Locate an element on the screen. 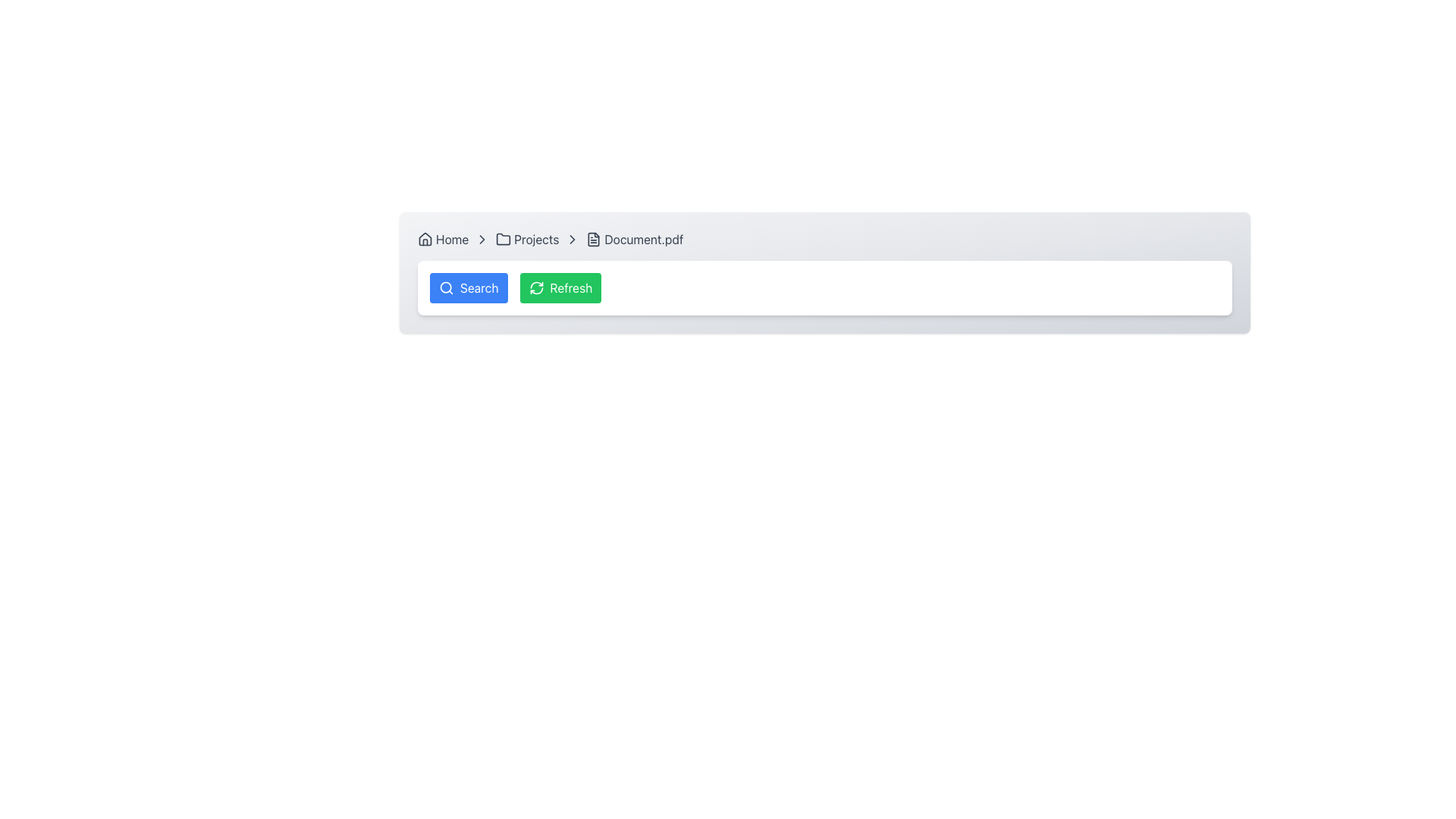  the 'Document.pdf' clickable text link with icon is located at coordinates (634, 239).